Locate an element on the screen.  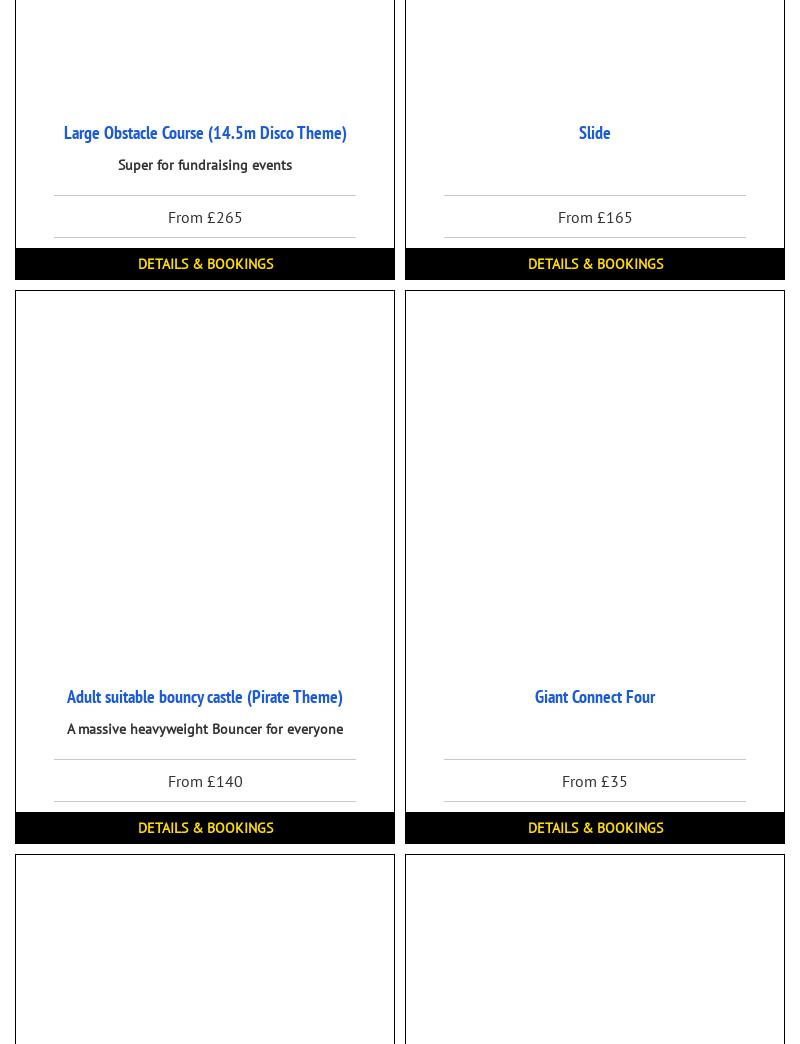
'From £165' is located at coordinates (557, 216).